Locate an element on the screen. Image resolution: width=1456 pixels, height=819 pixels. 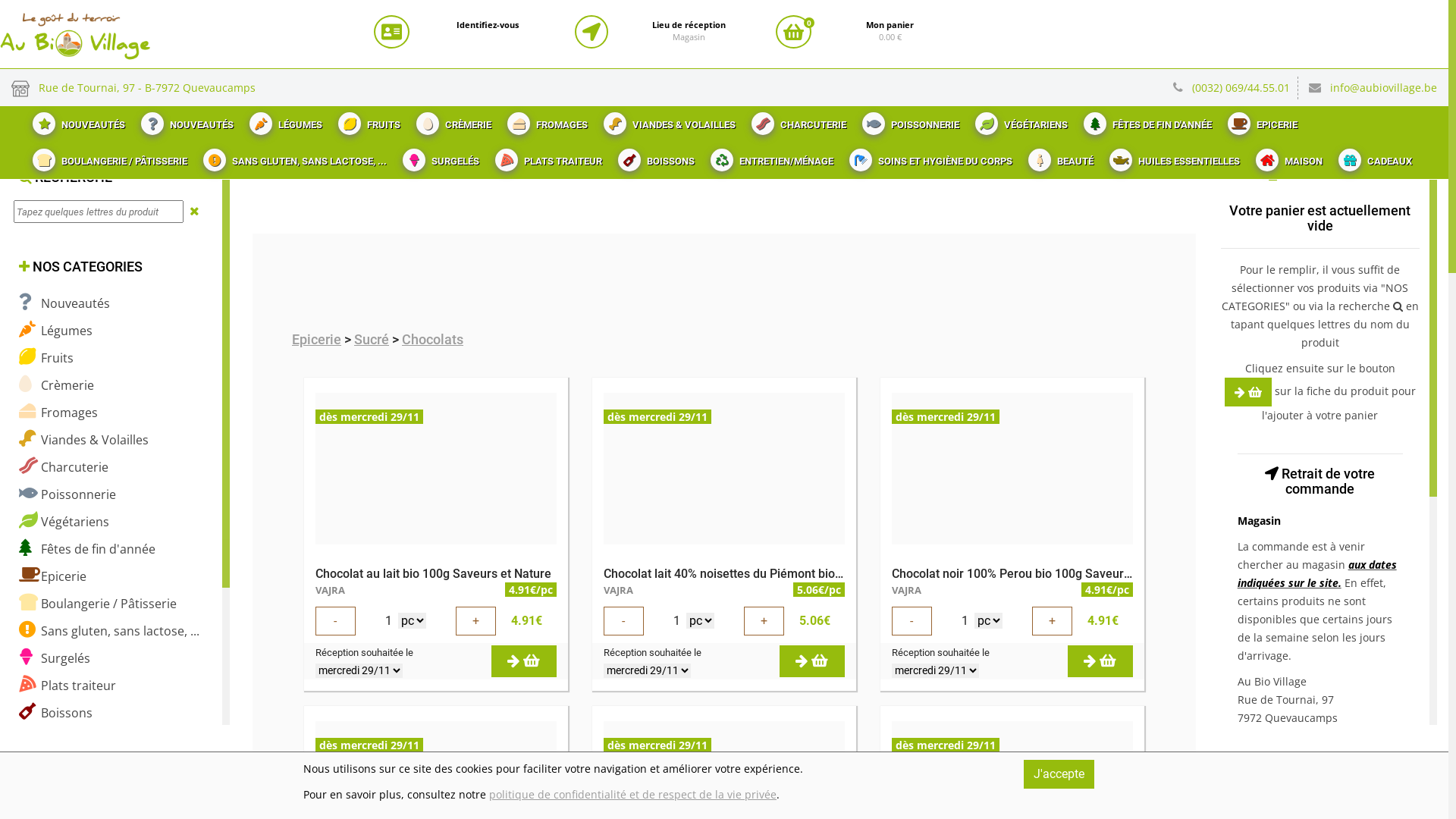
'FROMAGES' is located at coordinates (497, 119).